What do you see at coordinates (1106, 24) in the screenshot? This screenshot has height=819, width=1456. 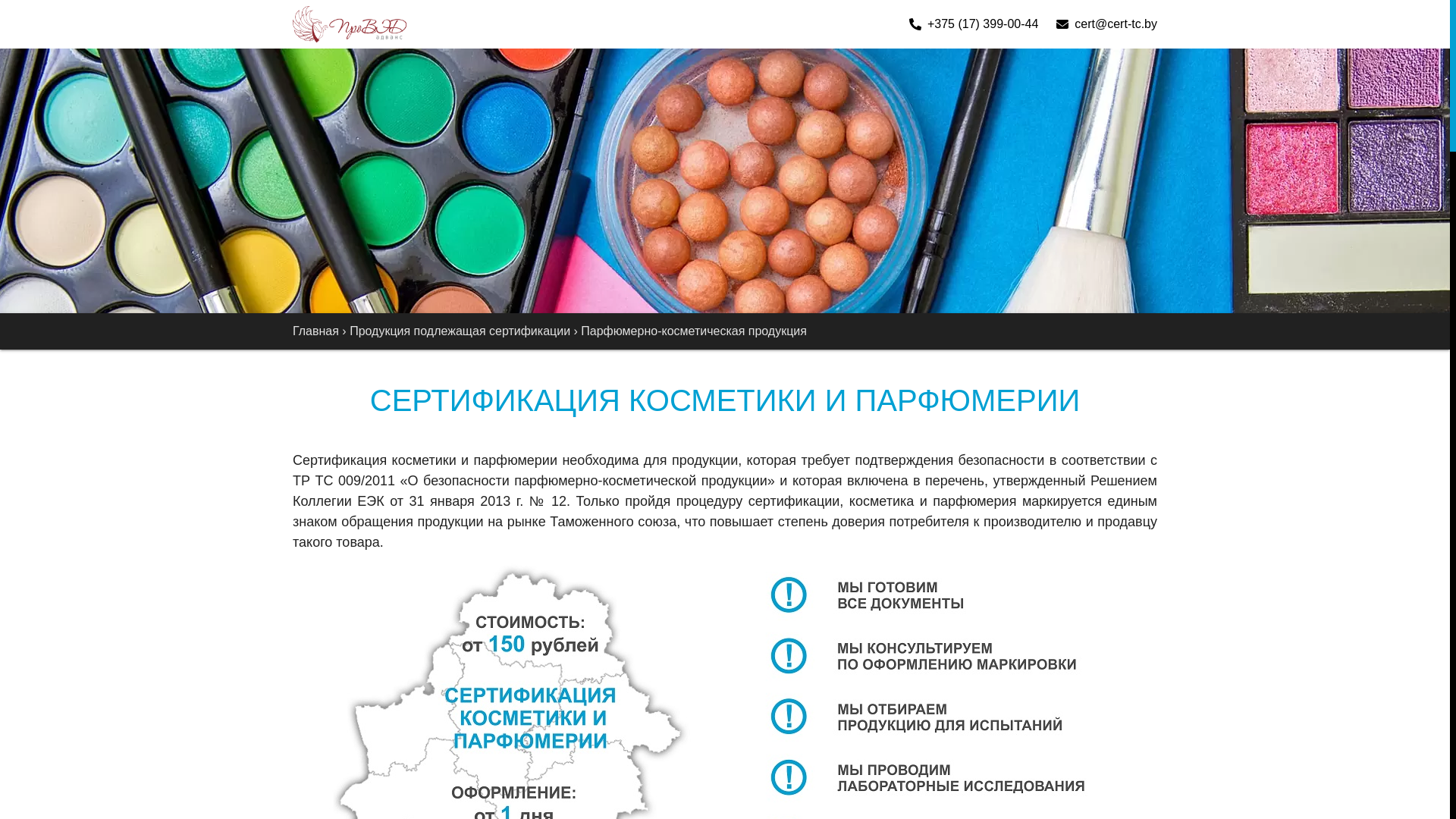 I see `'cert@cert-tc.by'` at bounding box center [1106, 24].